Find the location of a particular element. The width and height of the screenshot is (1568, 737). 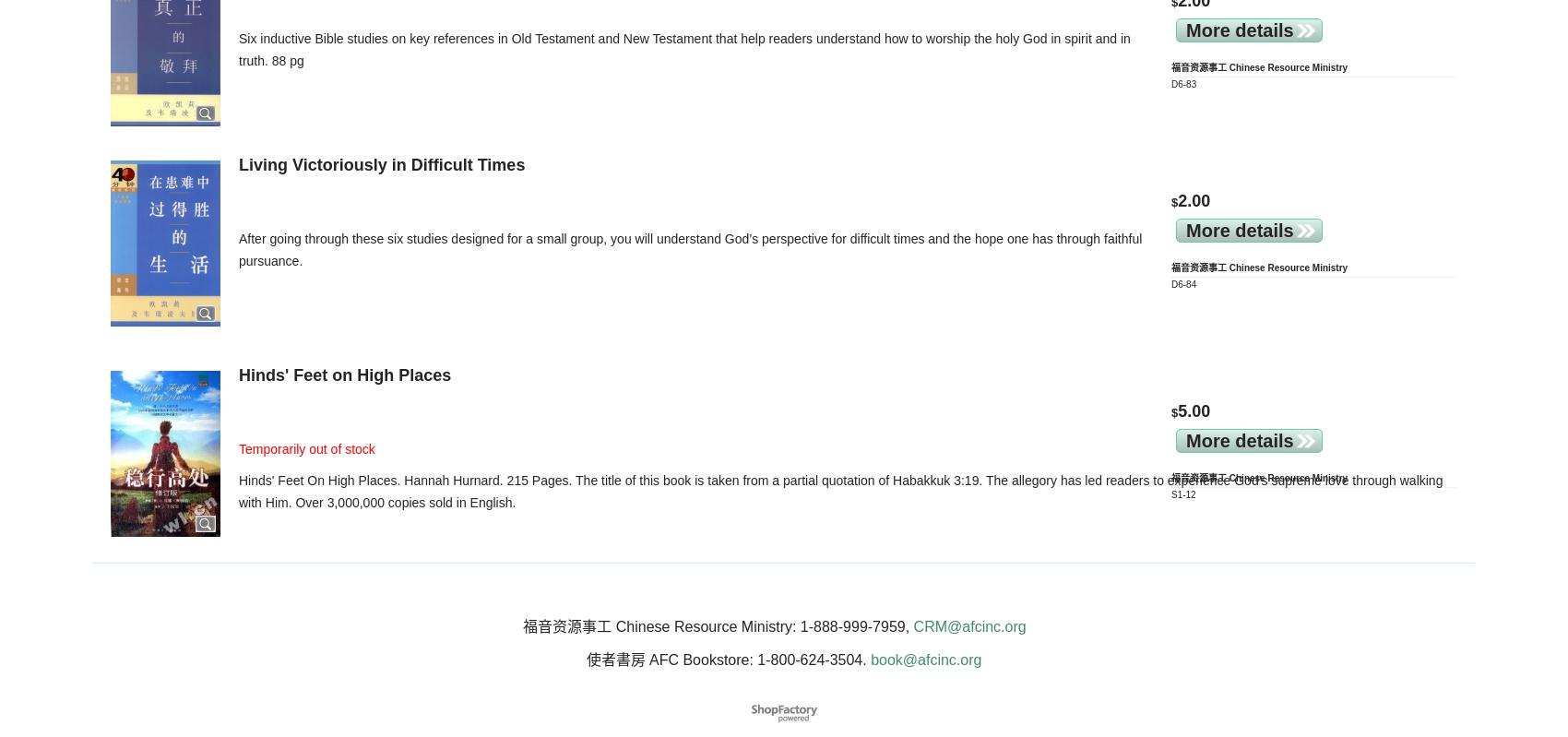

'使者書房 AFC Bookstore: 1-800-624-3504.' is located at coordinates (727, 659).